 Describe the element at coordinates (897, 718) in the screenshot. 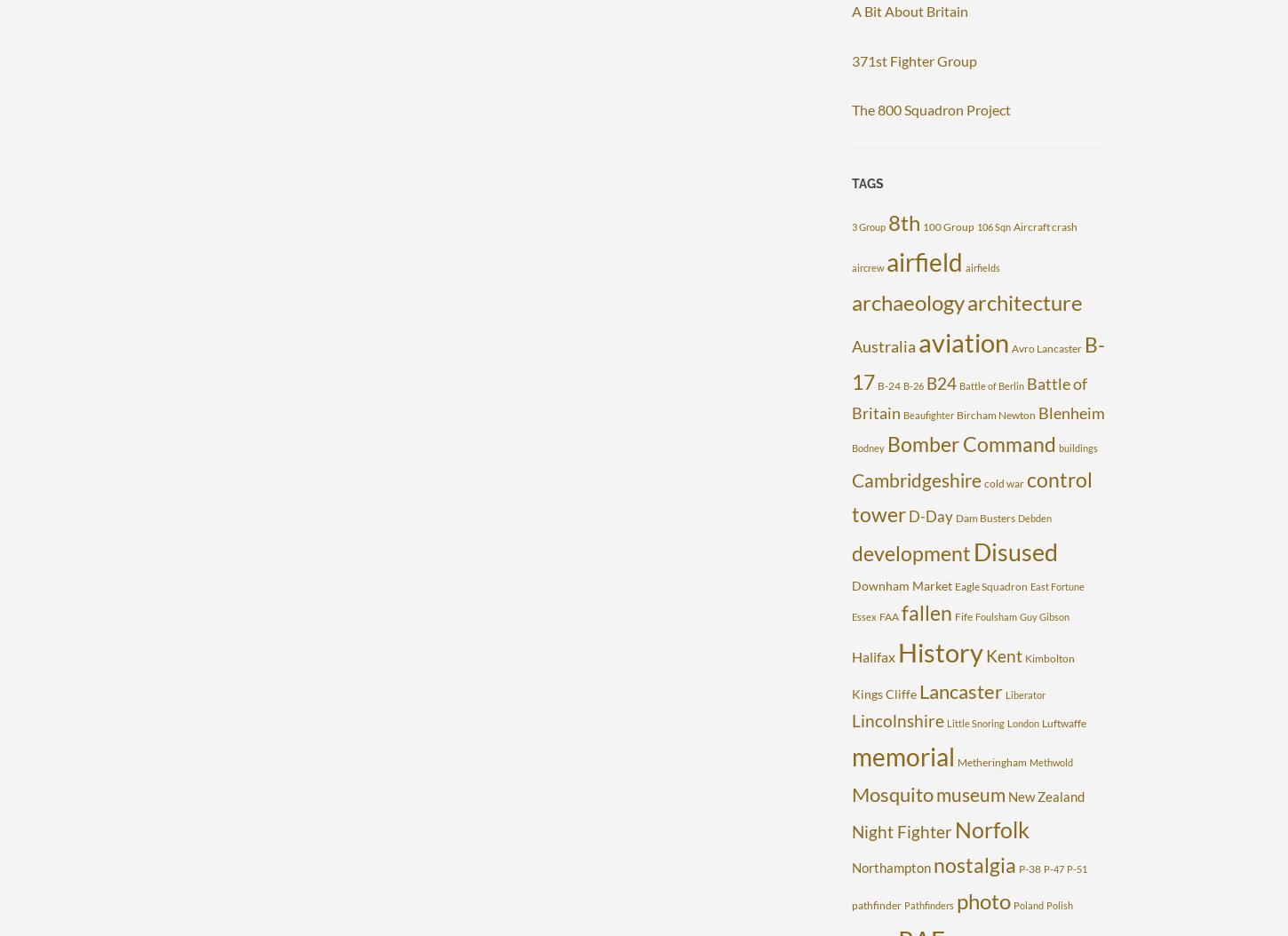

I see `'Lincolnshire'` at that location.